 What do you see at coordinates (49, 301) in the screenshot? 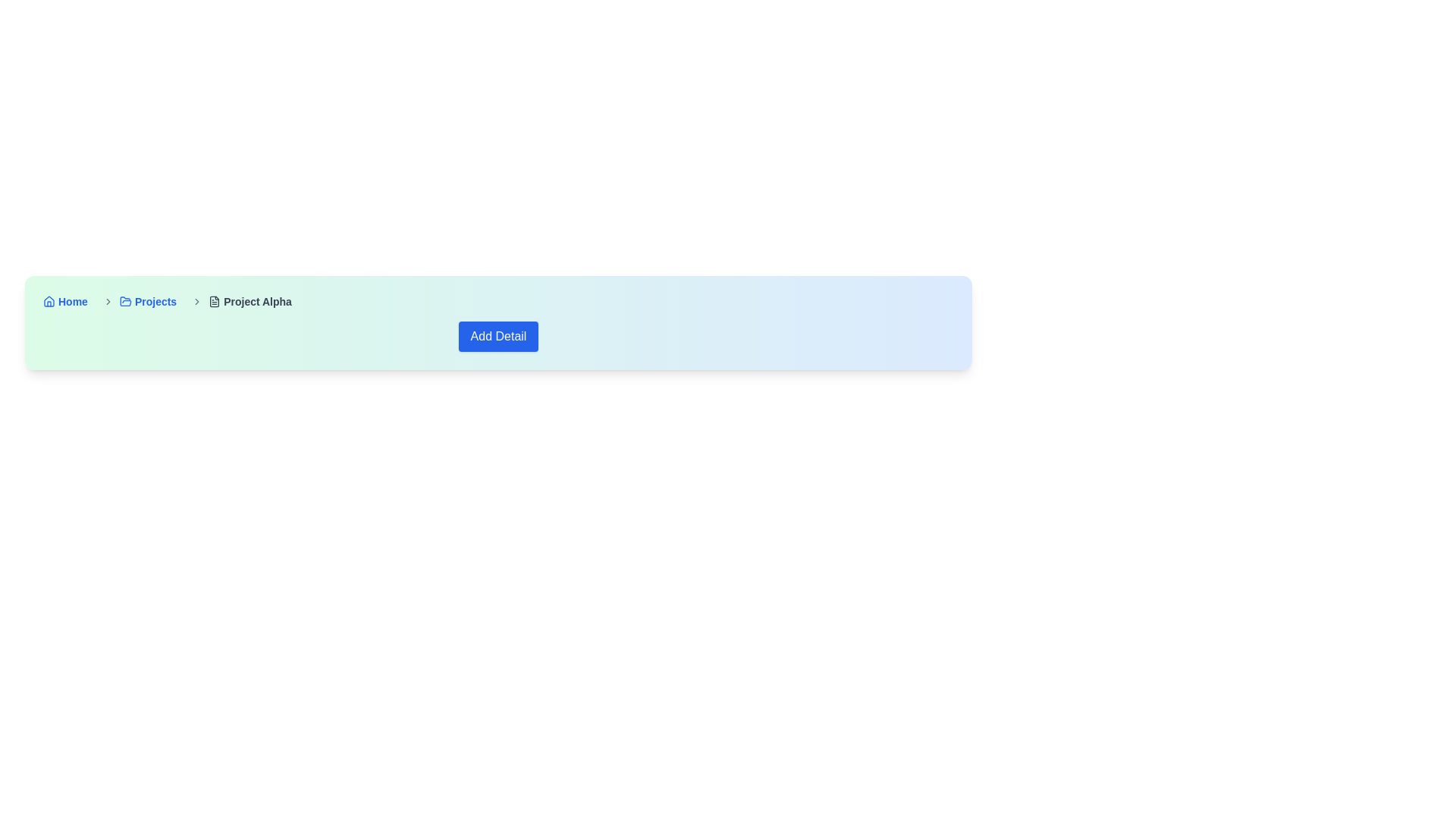
I see `the home icon, which is the first interactive element in the breadcrumb navigation bar, located directly to the left of the text 'Home'` at bounding box center [49, 301].